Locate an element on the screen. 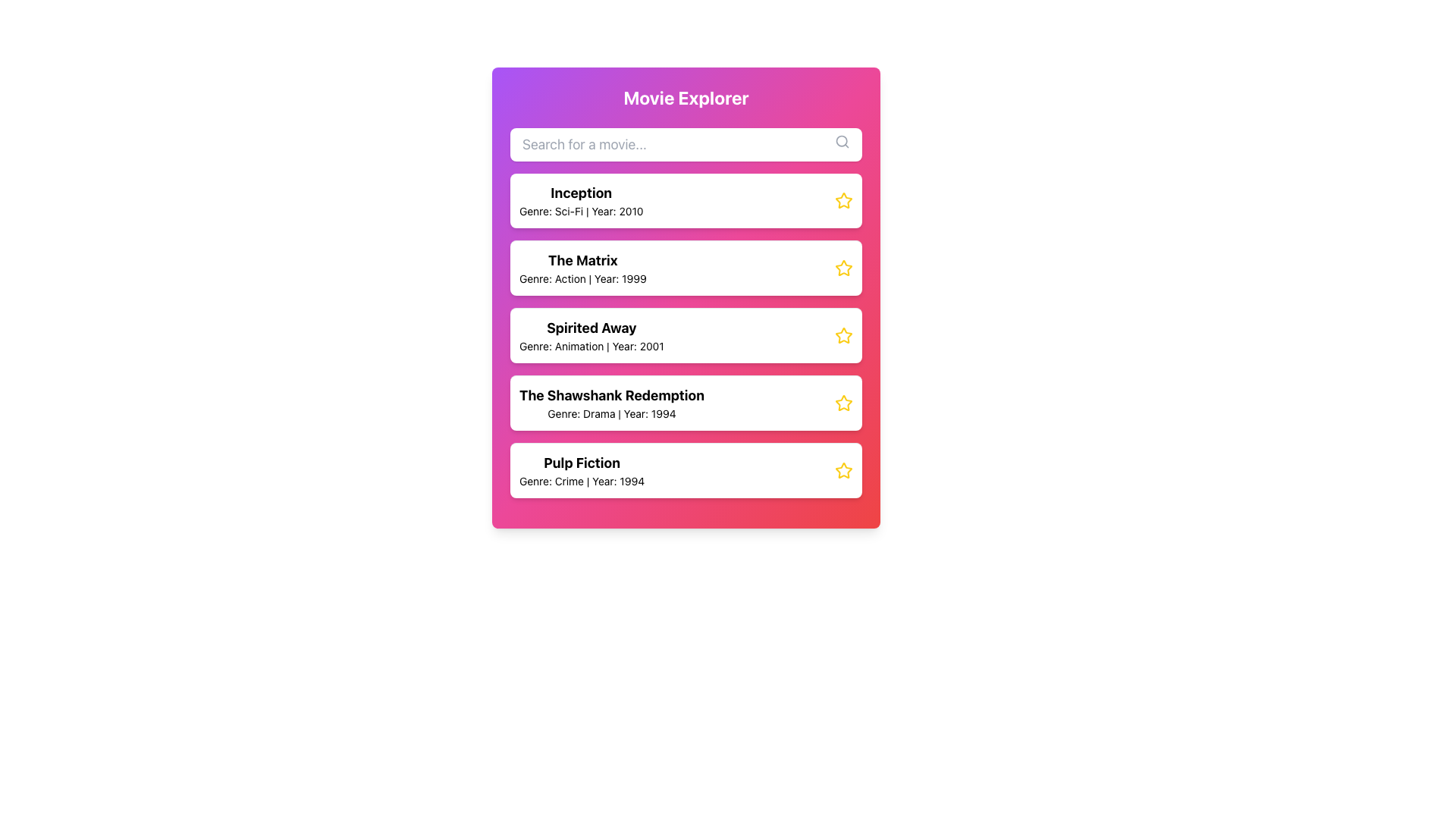 The width and height of the screenshot is (1456, 819). the gray magnifying glass icon located at the far right of the search input field is located at coordinates (841, 141).